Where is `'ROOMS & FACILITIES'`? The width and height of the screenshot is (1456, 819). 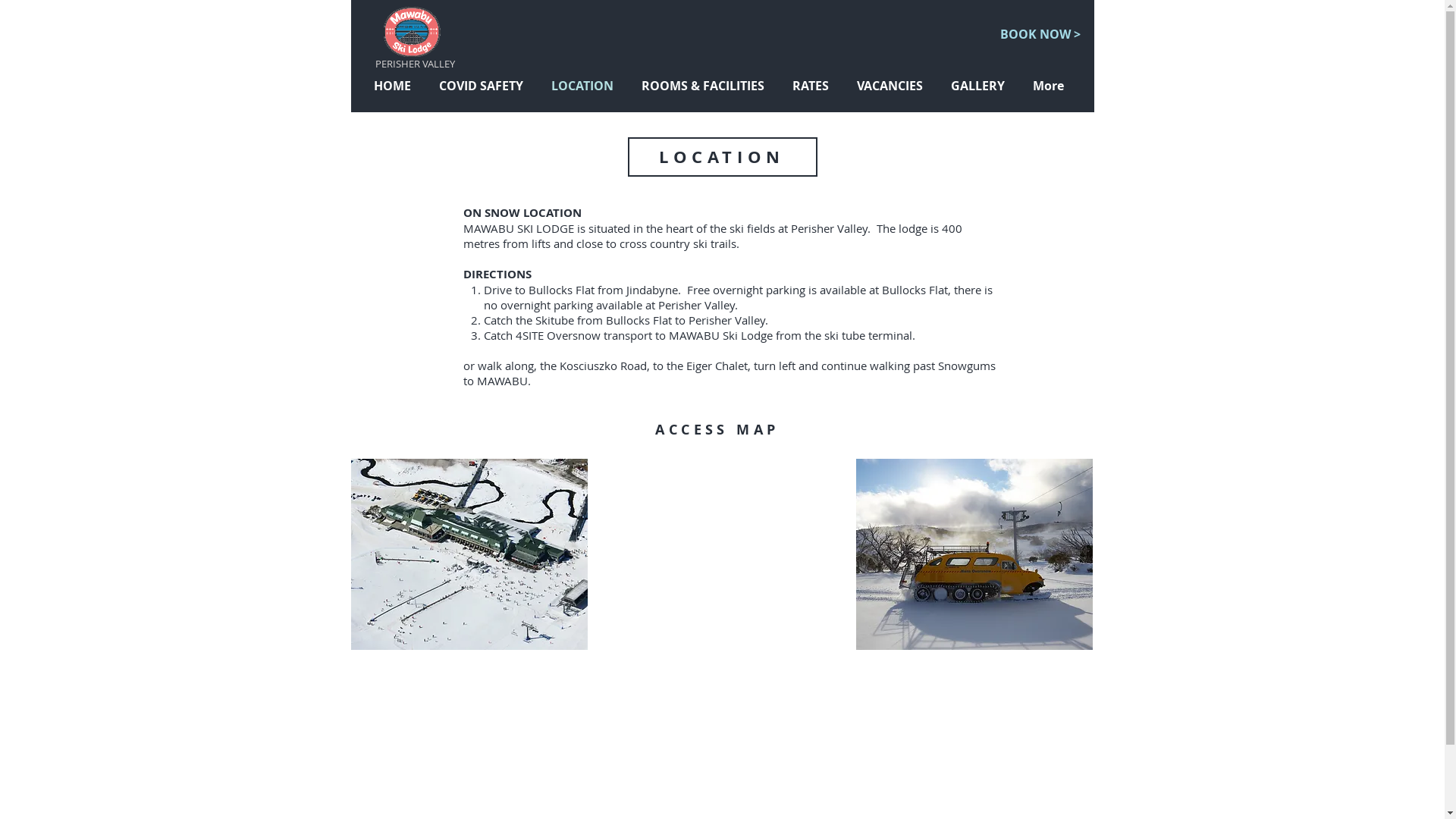 'ROOMS & FACILITIES' is located at coordinates (704, 86).